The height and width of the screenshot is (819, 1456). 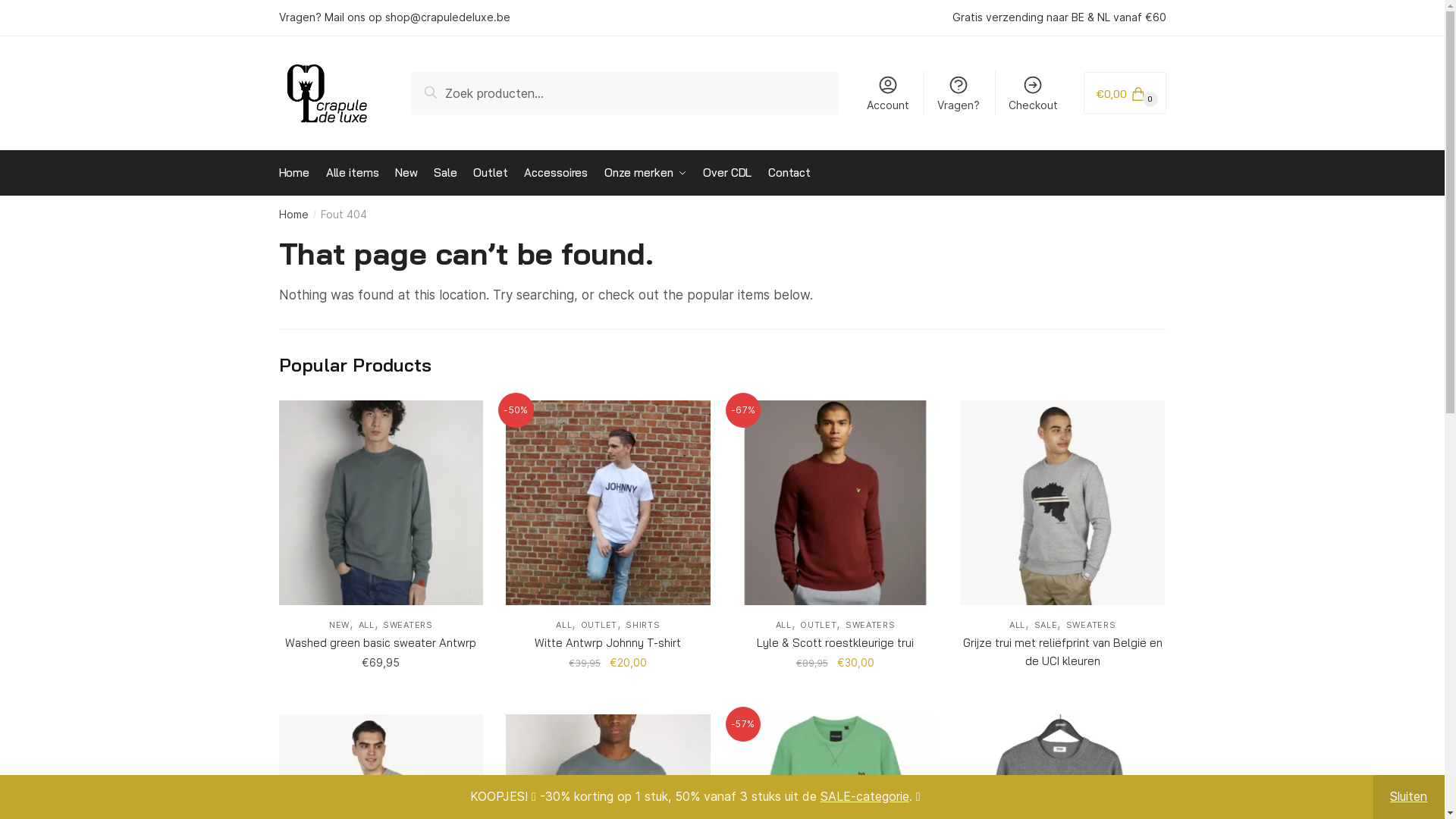 I want to click on 'Lyle & Scott roestkleurige trui', so click(x=835, y=643).